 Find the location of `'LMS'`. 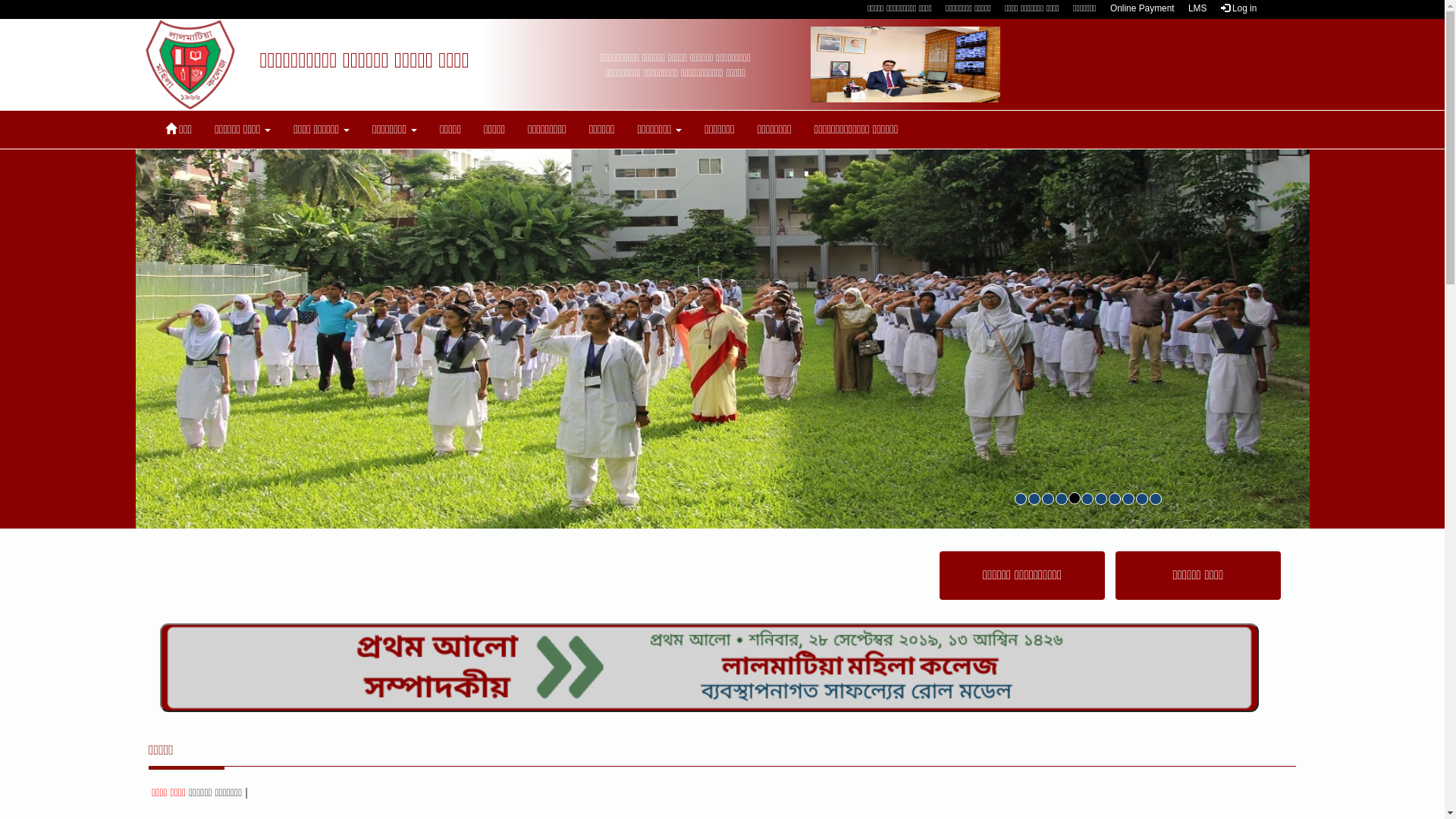

'LMS' is located at coordinates (1197, 8).